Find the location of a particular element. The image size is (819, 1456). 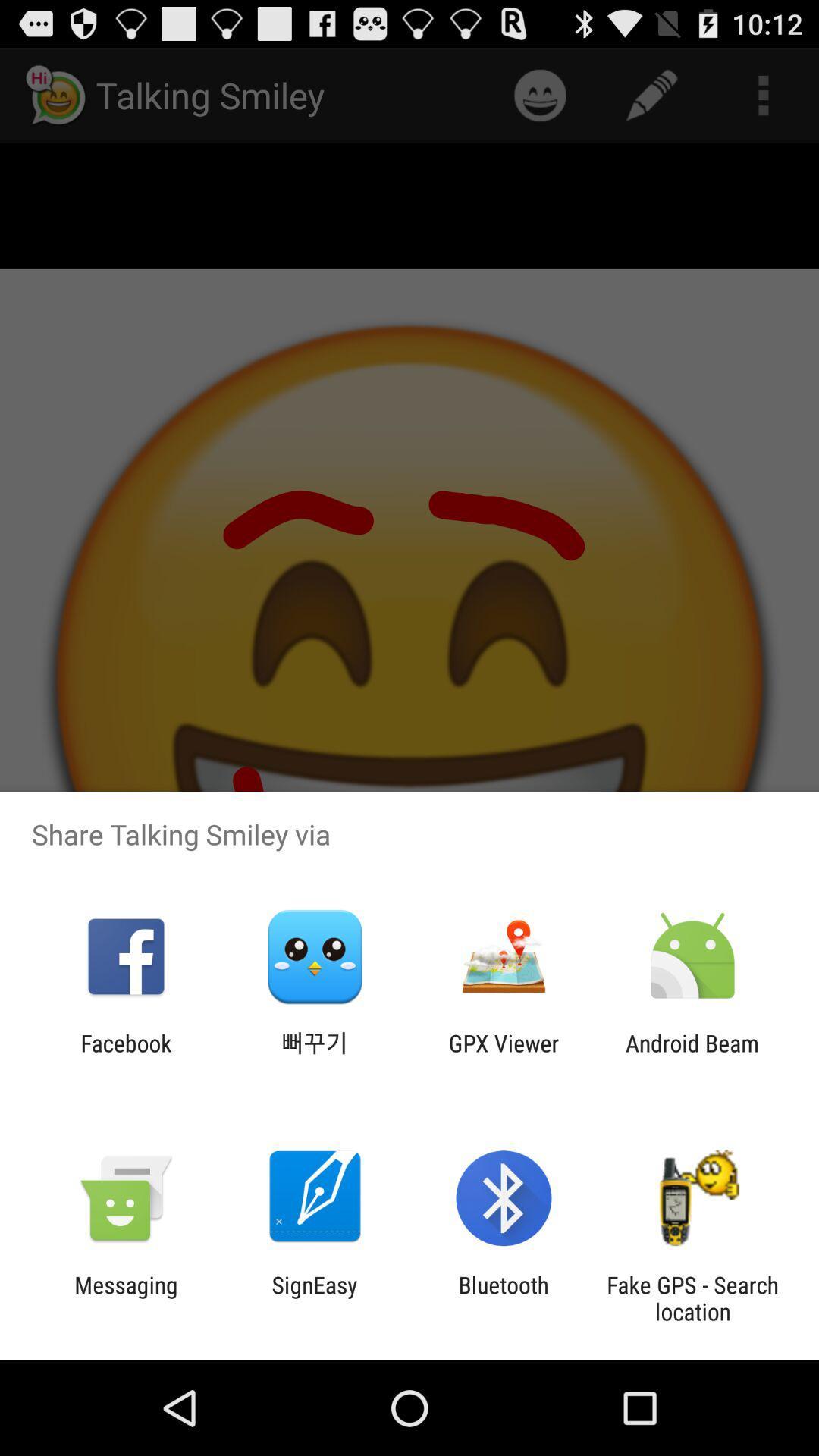

the icon to the right of facebook app is located at coordinates (314, 1056).